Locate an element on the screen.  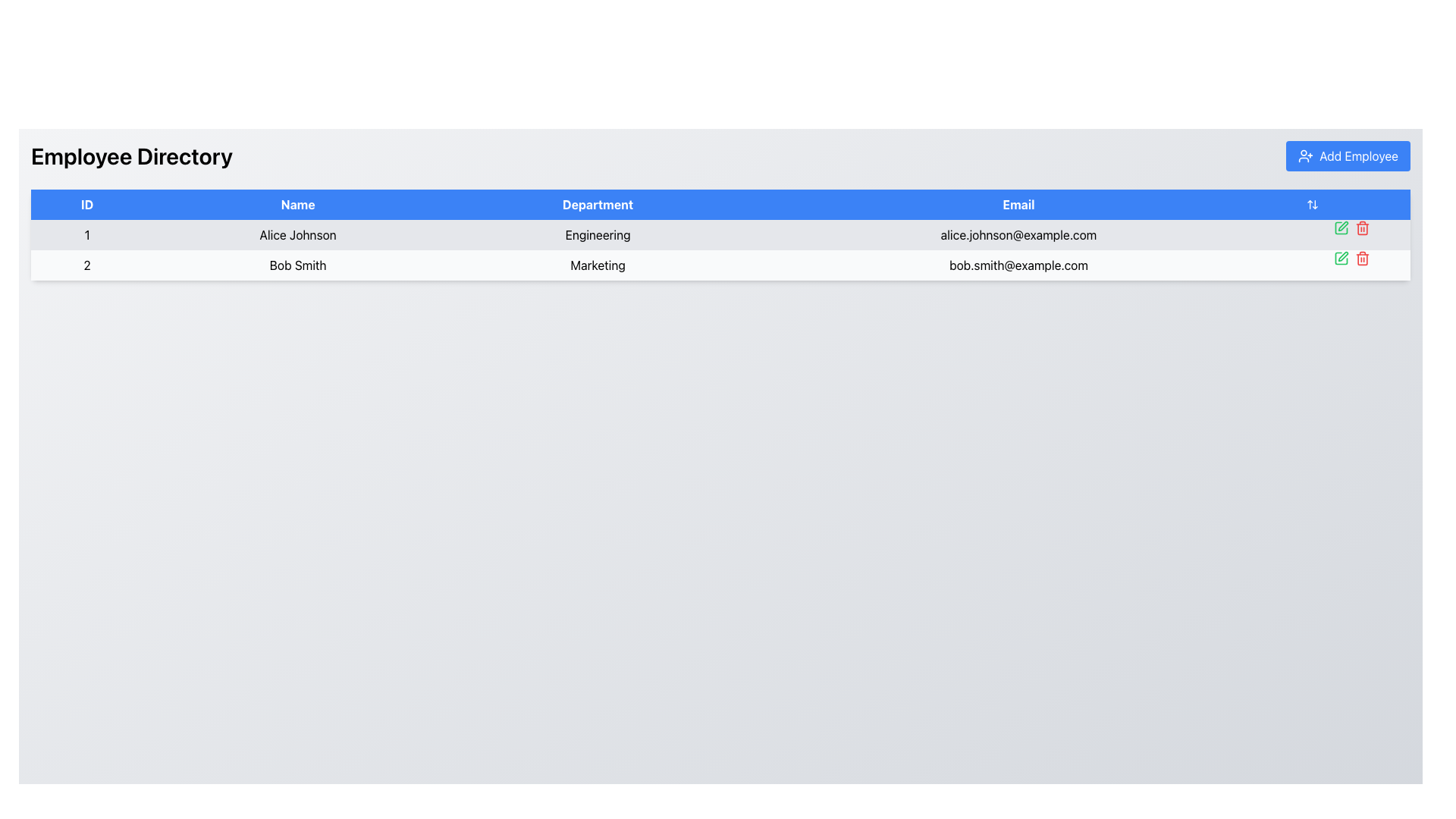
the edit button icon located to the right of the 'Email' field in the row containing 'Bob Smith' in the 'Employee Directory' table is located at coordinates (1343, 226).